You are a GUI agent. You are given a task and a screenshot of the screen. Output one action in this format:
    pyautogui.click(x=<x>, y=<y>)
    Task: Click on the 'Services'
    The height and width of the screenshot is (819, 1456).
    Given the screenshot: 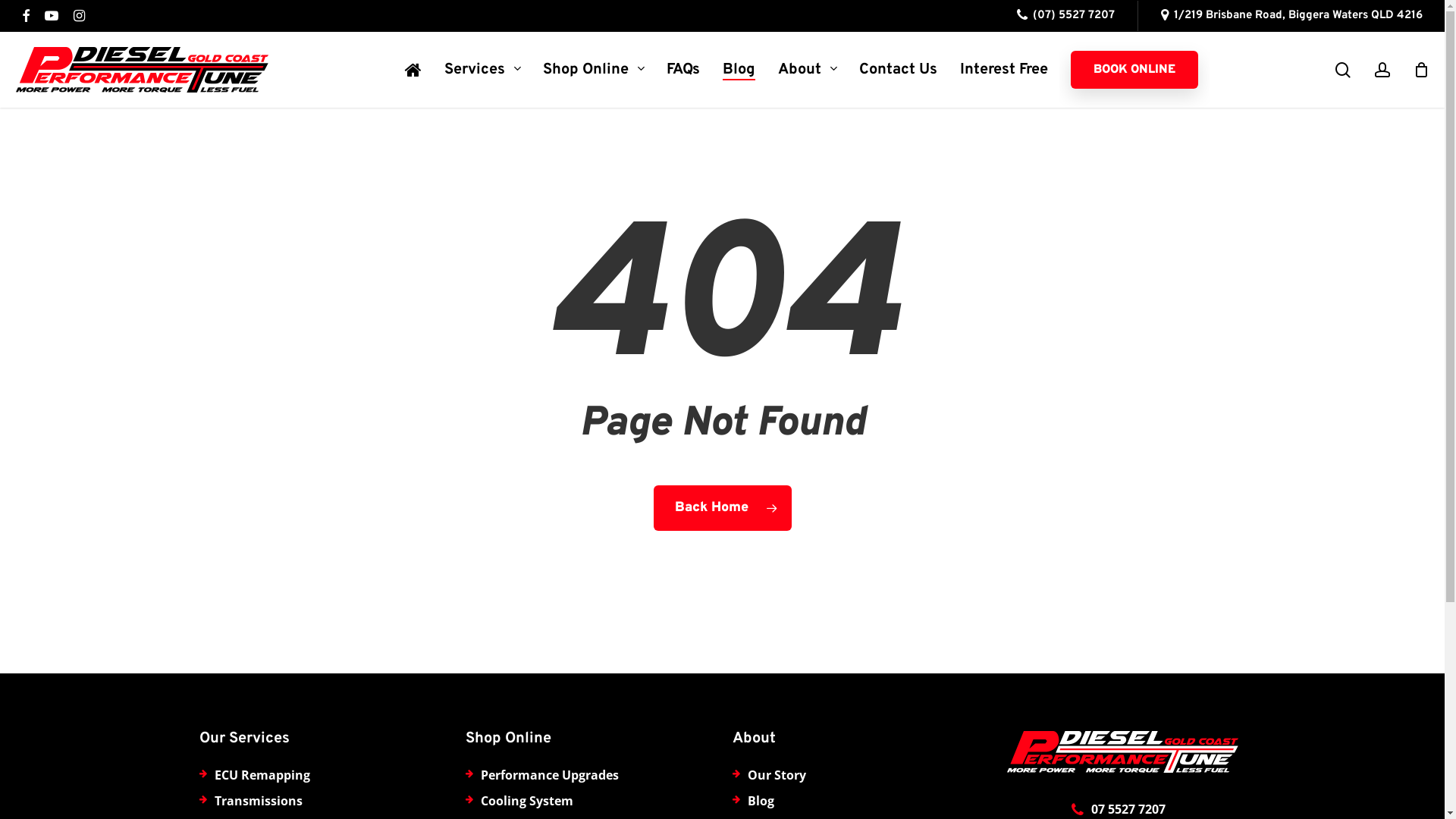 What is the action you would take?
    pyautogui.click(x=482, y=70)
    